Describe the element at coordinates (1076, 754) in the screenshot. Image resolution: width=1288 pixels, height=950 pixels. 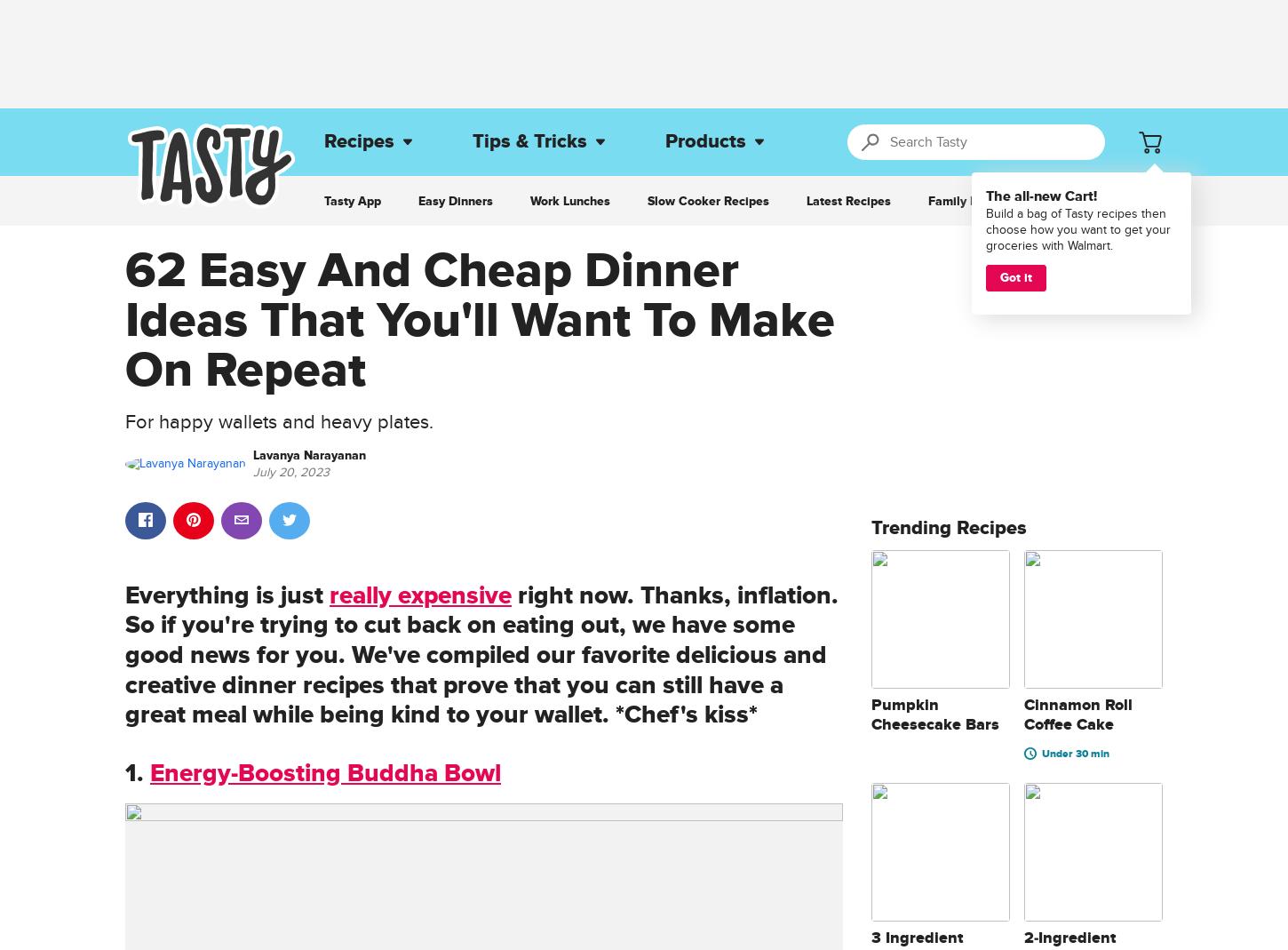
I see `'Under 30 min'` at that location.